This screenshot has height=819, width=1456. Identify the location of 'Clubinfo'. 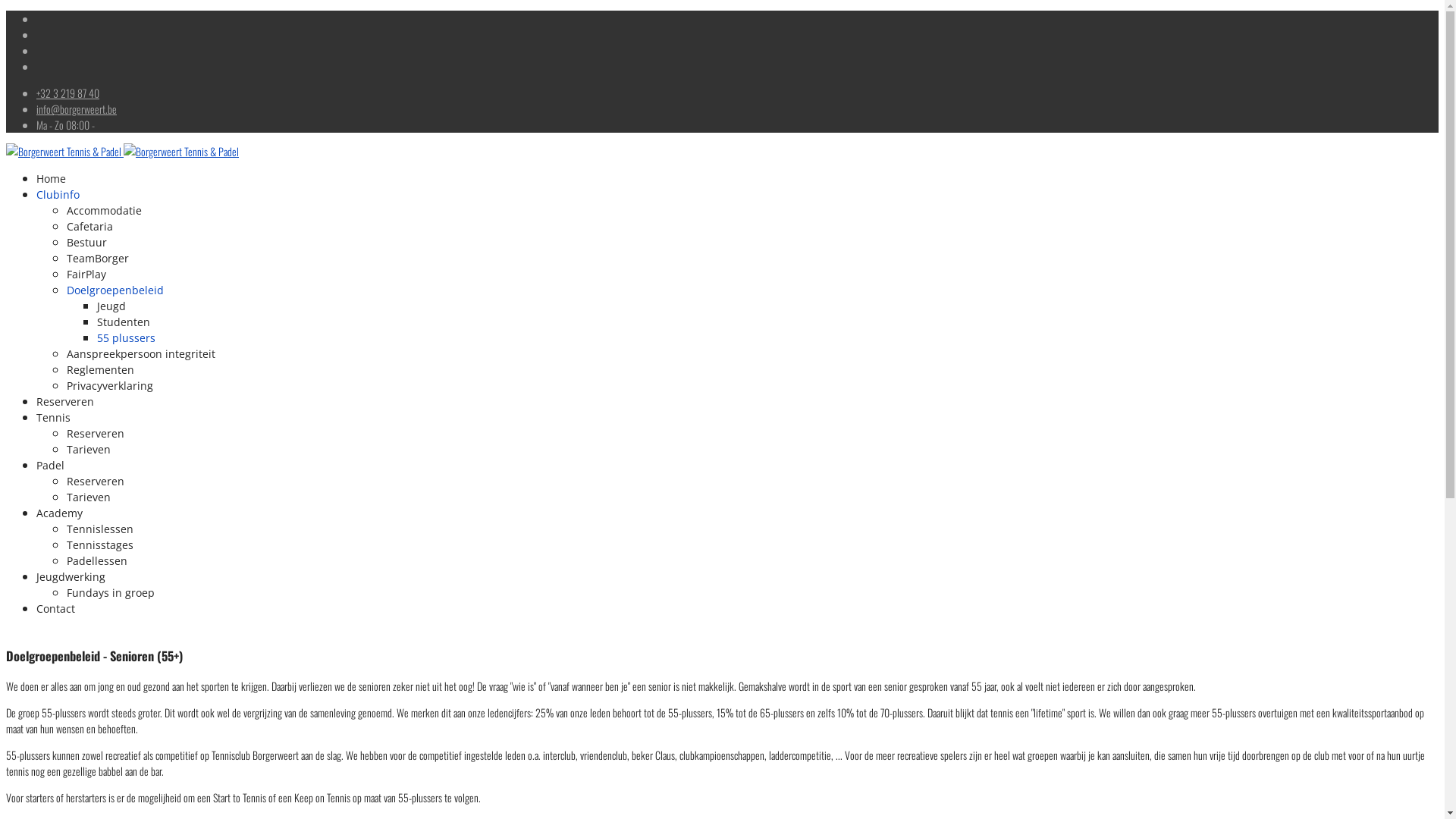
(58, 193).